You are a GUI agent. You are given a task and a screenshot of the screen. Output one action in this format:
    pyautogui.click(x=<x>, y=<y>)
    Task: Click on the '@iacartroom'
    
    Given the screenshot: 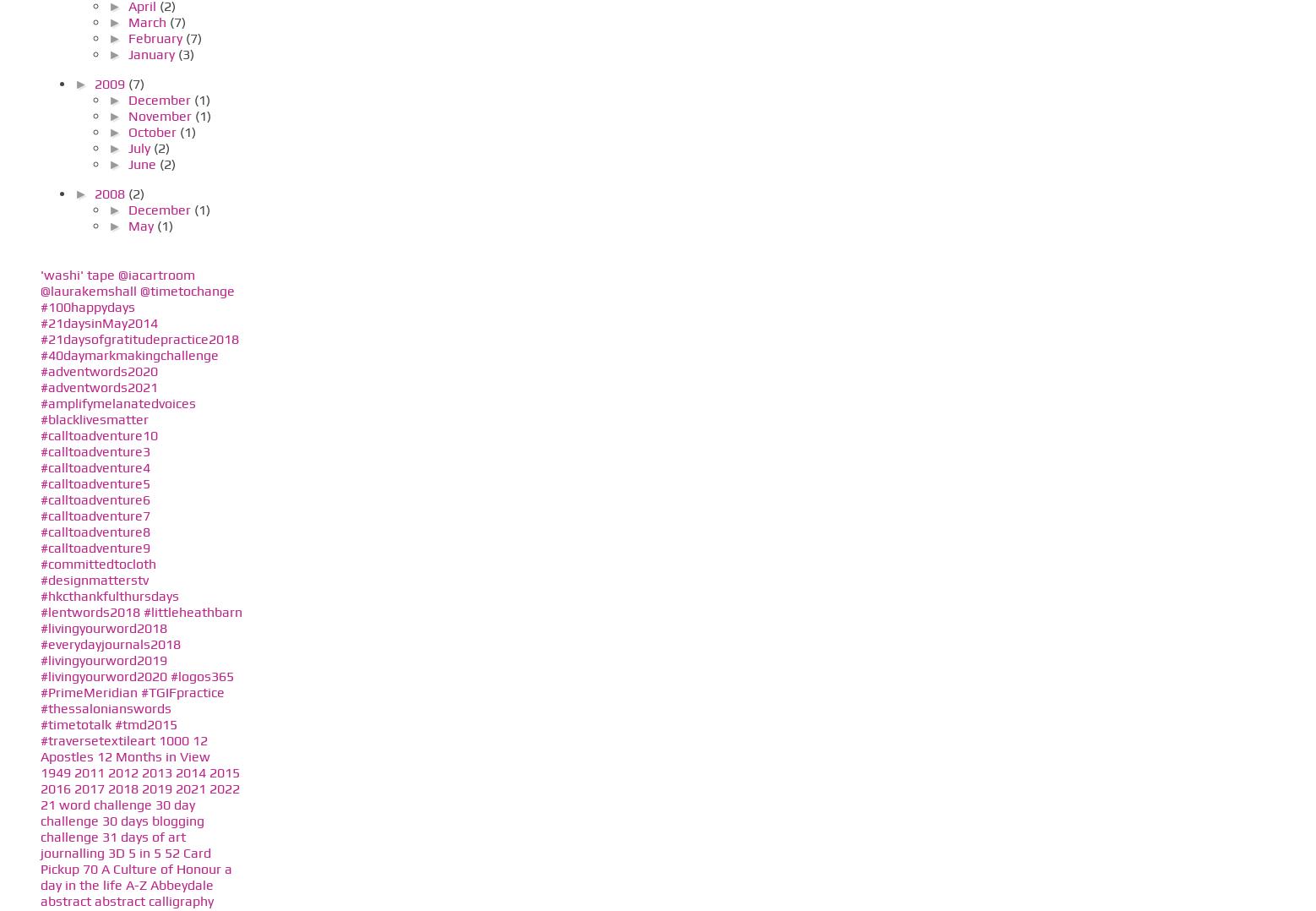 What is the action you would take?
    pyautogui.click(x=156, y=273)
    